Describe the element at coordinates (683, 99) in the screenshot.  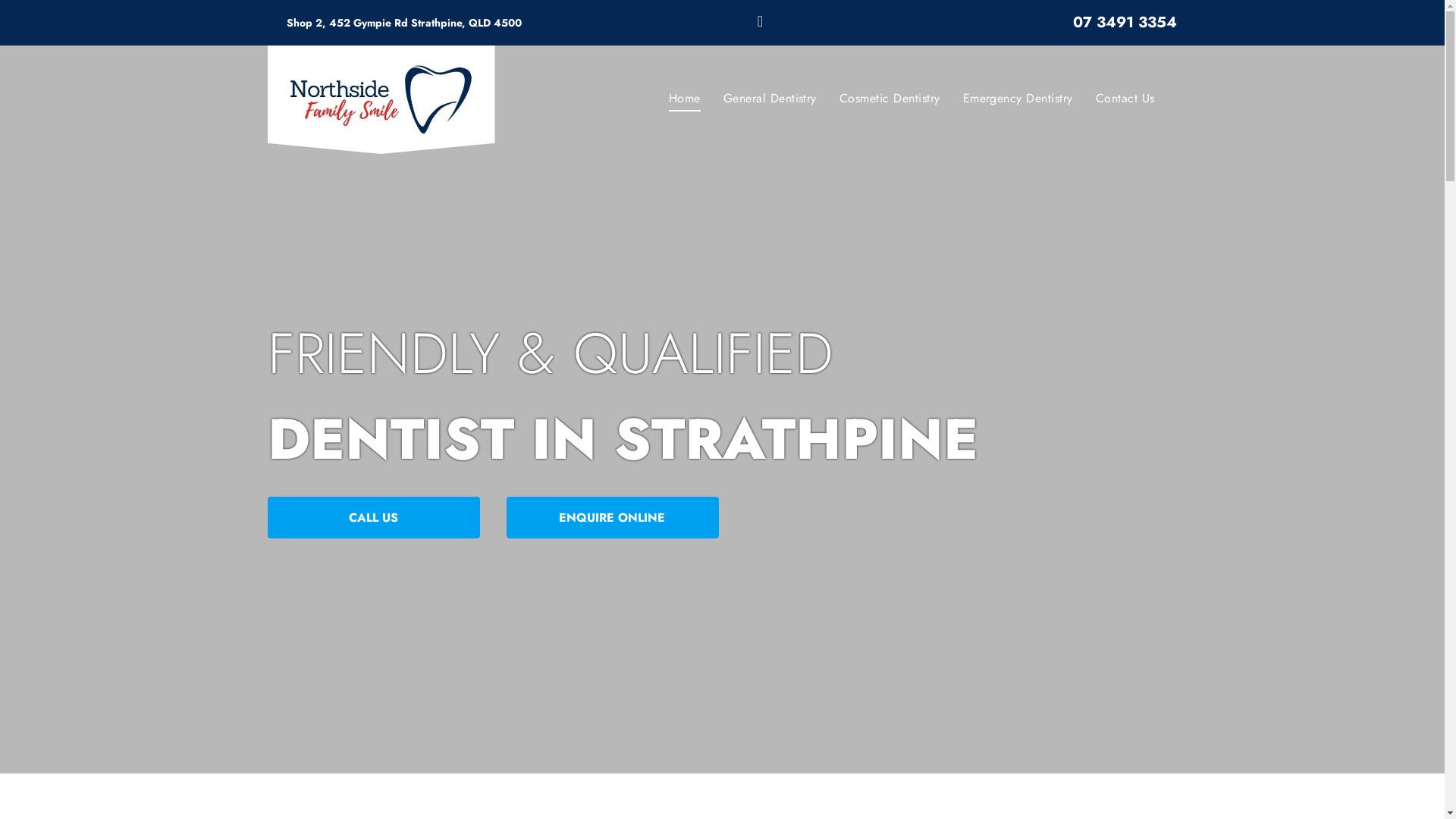
I see `'Home'` at that location.